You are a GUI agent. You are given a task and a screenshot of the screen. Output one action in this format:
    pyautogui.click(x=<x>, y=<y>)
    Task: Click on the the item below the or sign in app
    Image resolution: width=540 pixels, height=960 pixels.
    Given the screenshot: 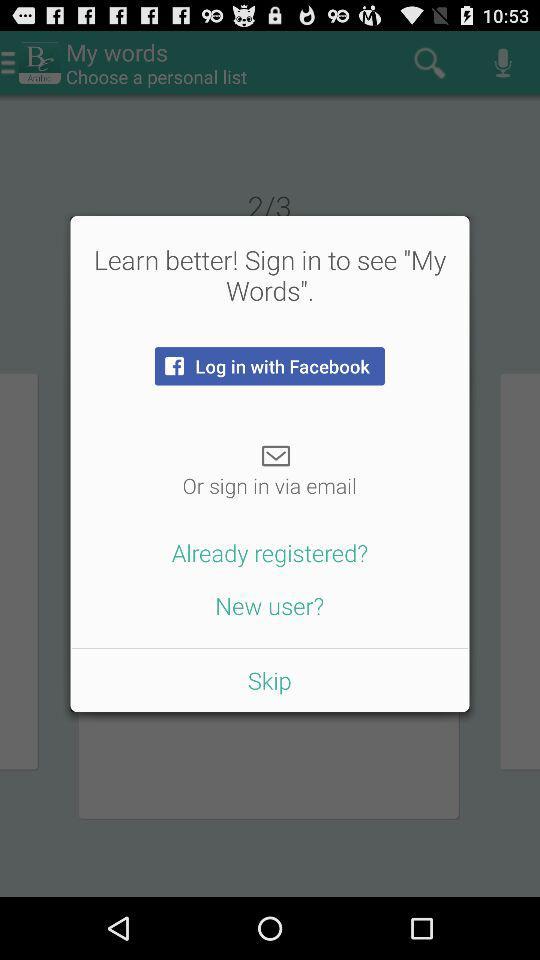 What is the action you would take?
    pyautogui.click(x=270, y=552)
    